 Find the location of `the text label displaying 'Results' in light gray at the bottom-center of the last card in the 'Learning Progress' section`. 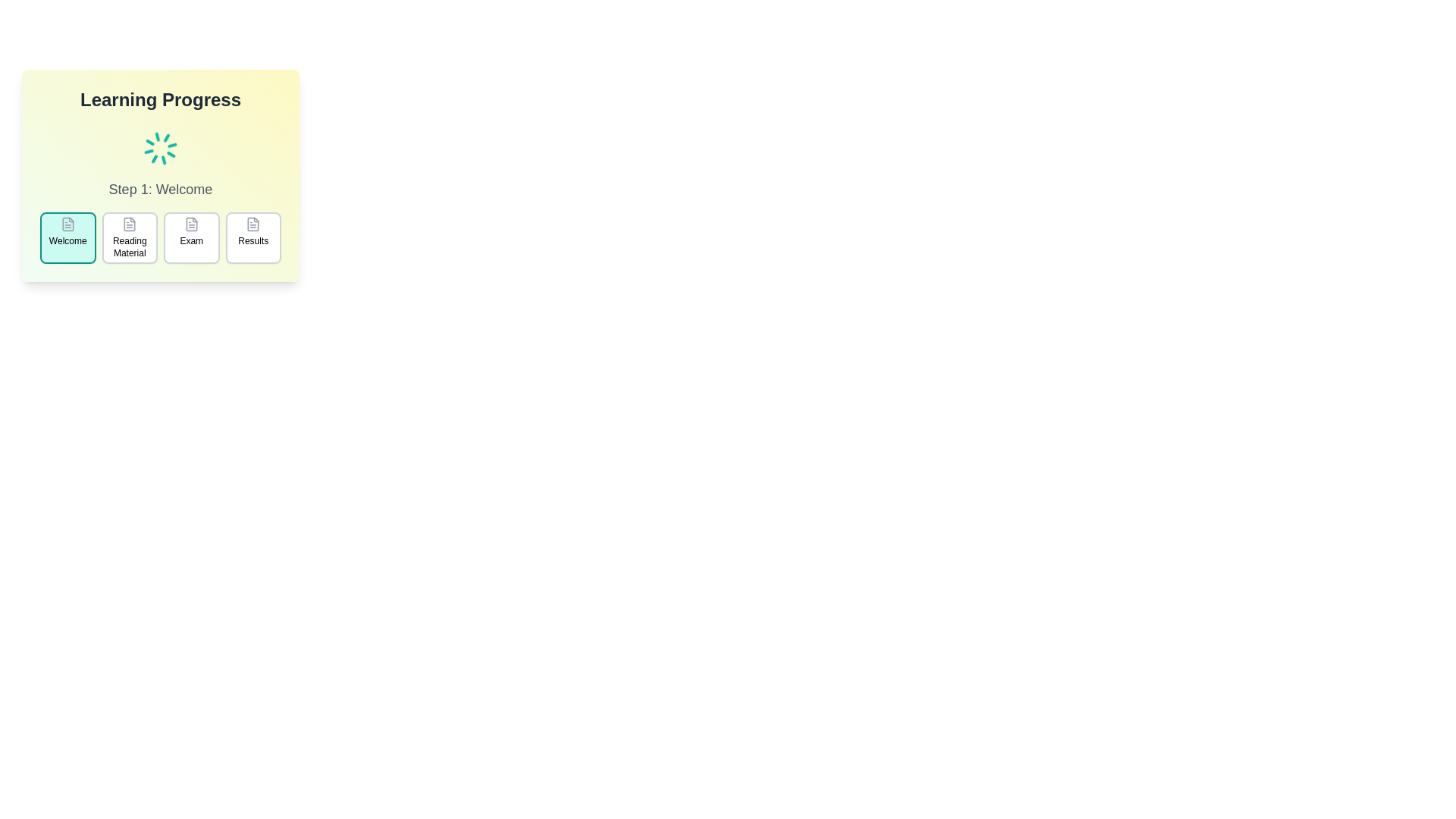

the text label displaying 'Results' in light gray at the bottom-center of the last card in the 'Learning Progress' section is located at coordinates (253, 240).